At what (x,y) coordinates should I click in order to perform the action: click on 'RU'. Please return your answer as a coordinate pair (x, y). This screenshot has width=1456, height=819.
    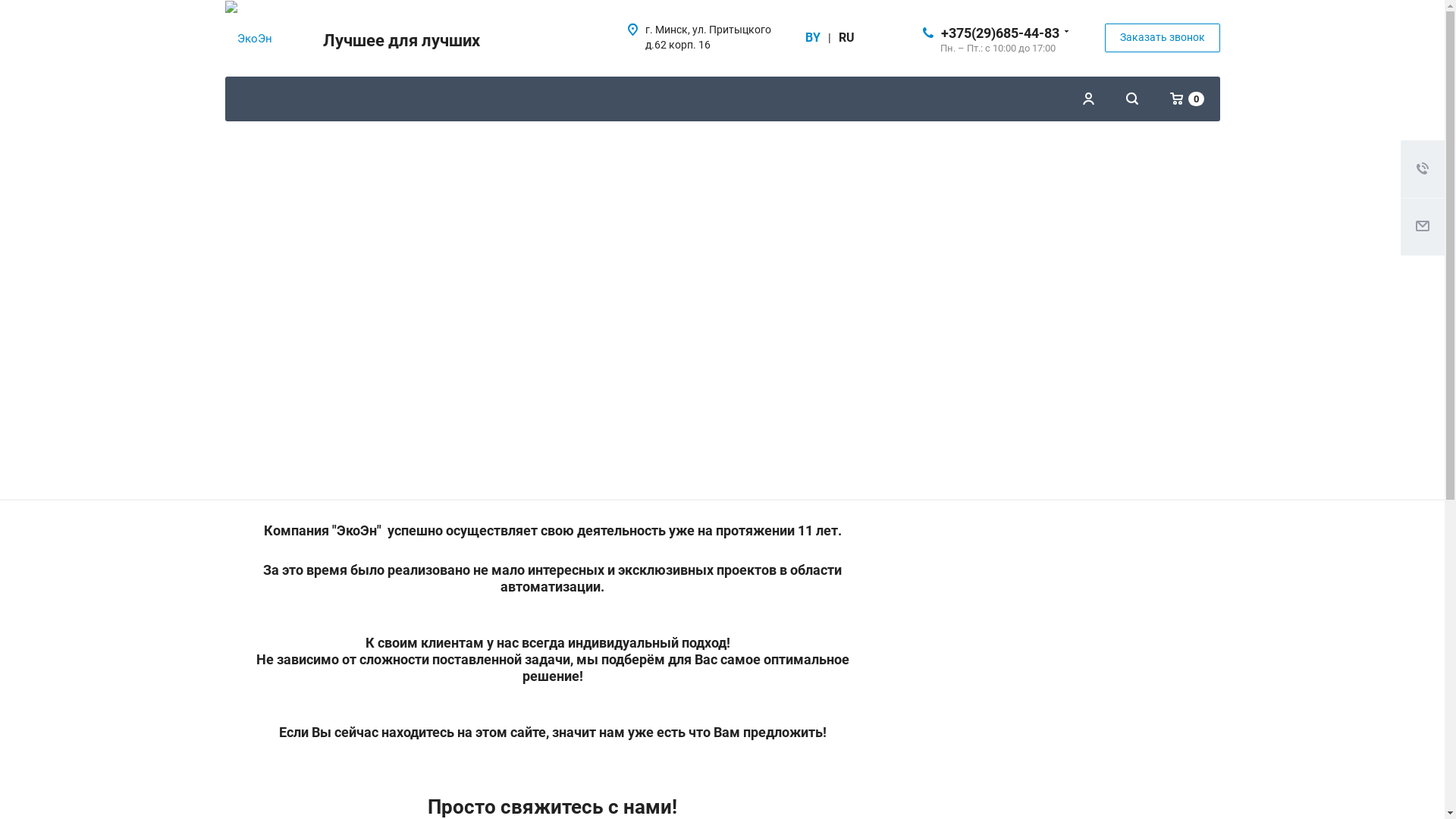
    Looking at the image, I should click on (846, 37).